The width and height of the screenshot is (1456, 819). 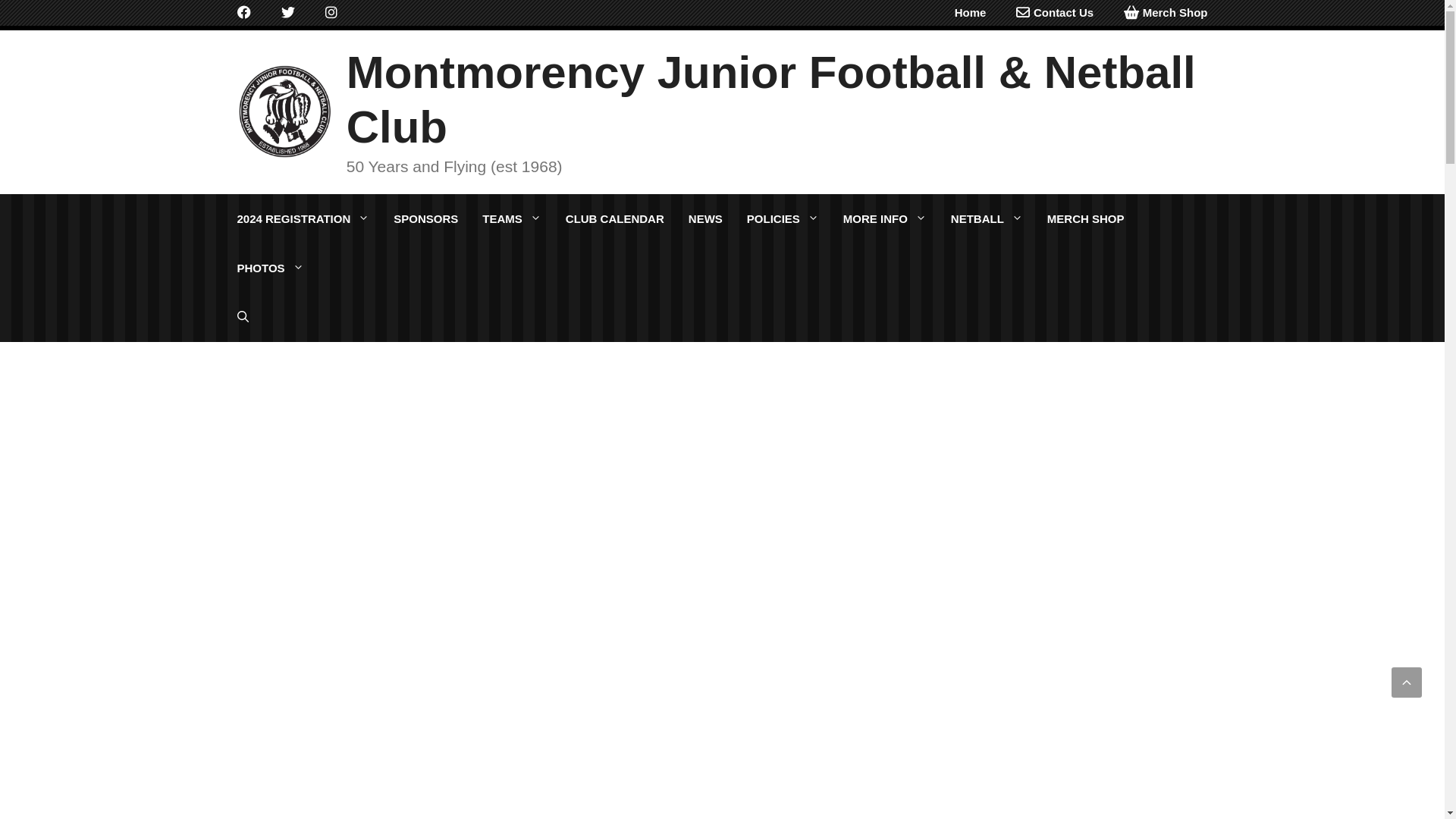 What do you see at coordinates (783, 218) in the screenshot?
I see `'POLICIES'` at bounding box center [783, 218].